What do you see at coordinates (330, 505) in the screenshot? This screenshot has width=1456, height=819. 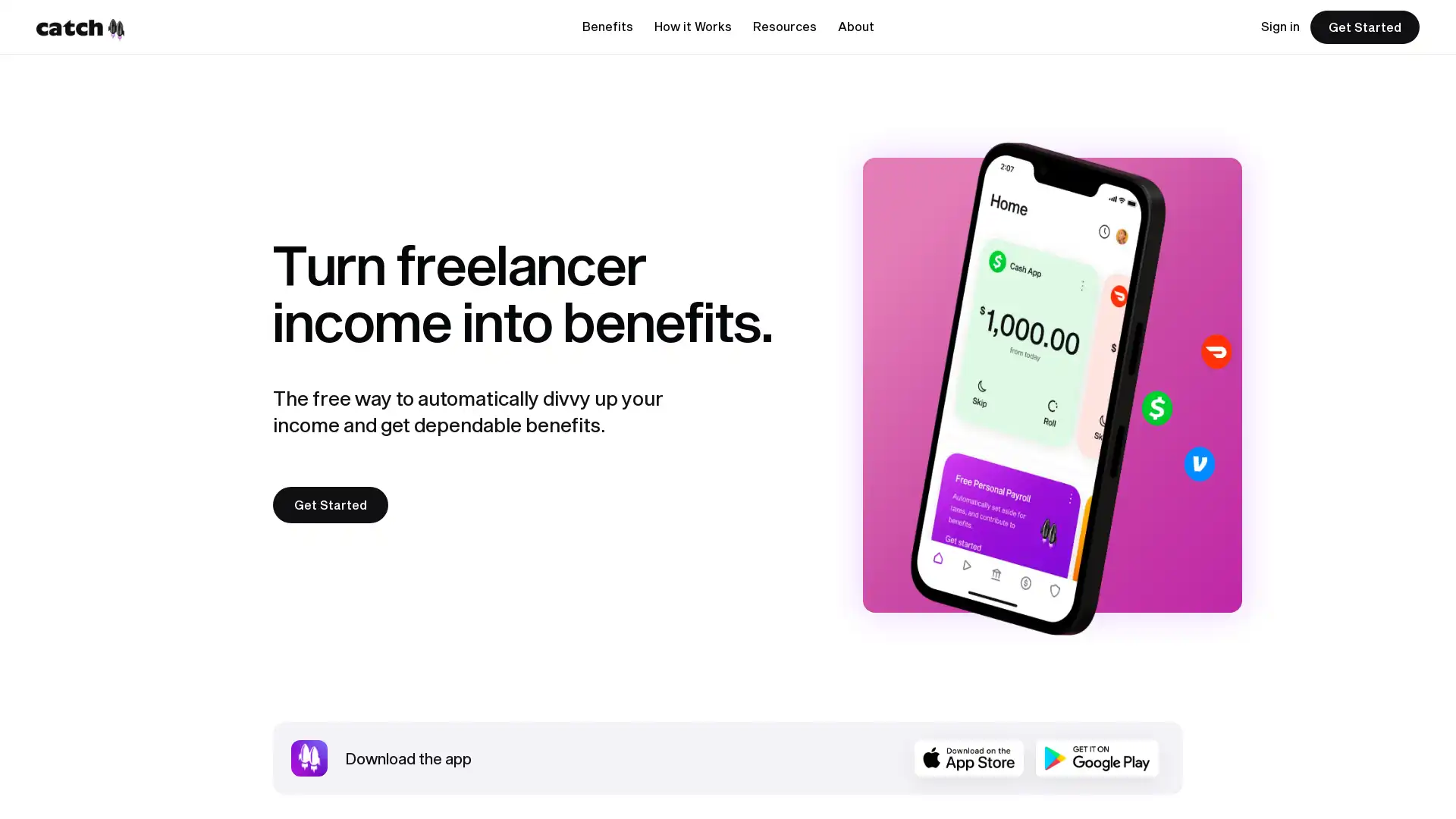 I see `Get Started` at bounding box center [330, 505].